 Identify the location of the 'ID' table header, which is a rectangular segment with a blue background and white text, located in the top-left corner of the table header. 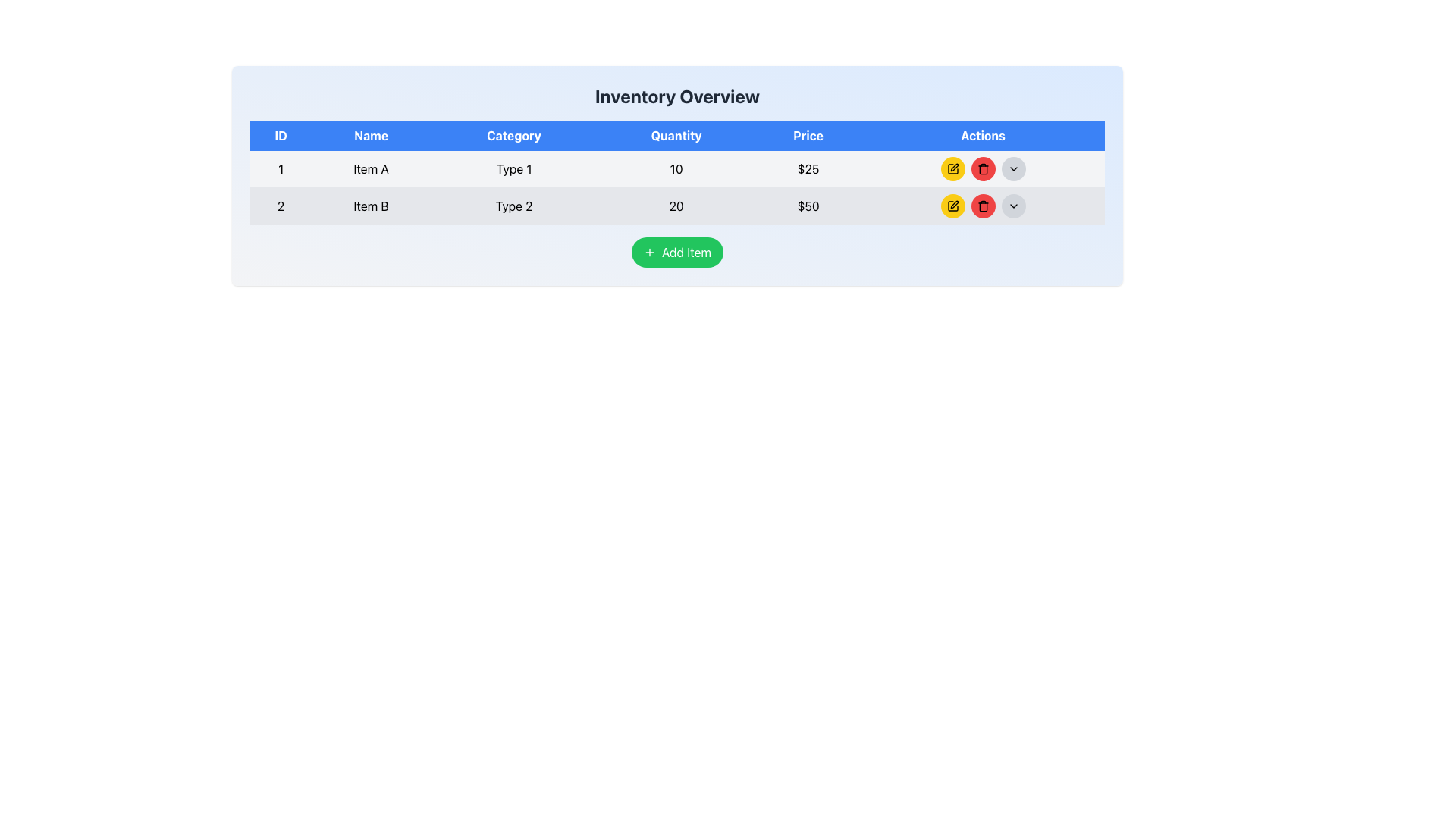
(281, 134).